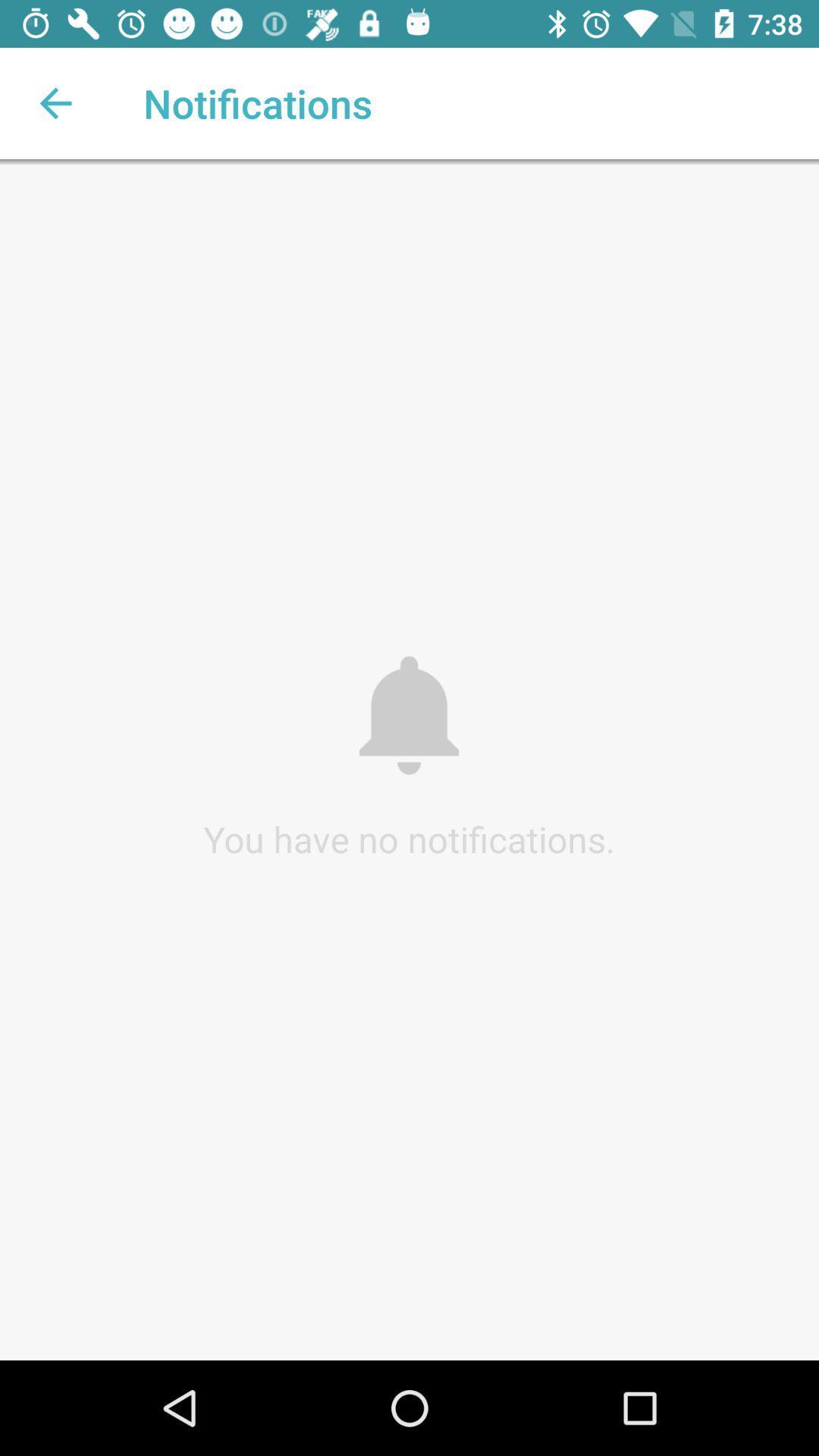  Describe the element at coordinates (55, 102) in the screenshot. I see `the item next to notifications item` at that location.